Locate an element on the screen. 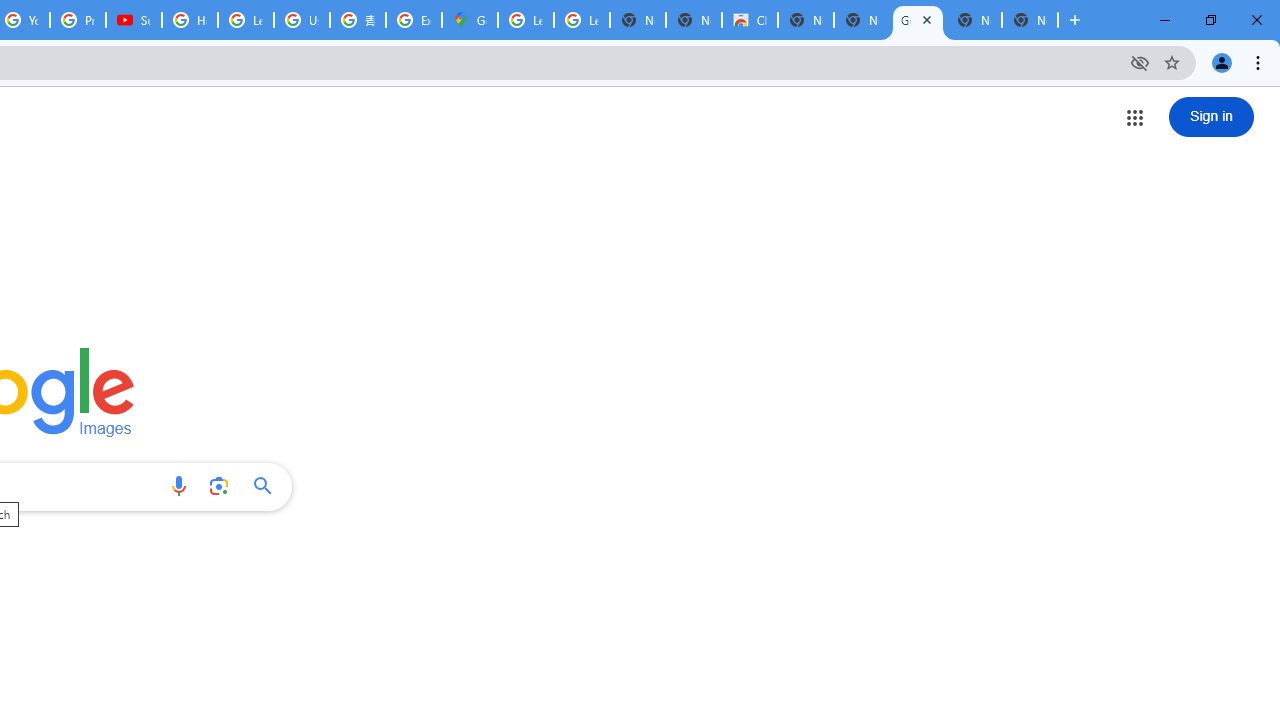 This screenshot has height=720, width=1280. 'How Chrome protects your passwords - Google Chrome Help' is located at coordinates (190, 20).